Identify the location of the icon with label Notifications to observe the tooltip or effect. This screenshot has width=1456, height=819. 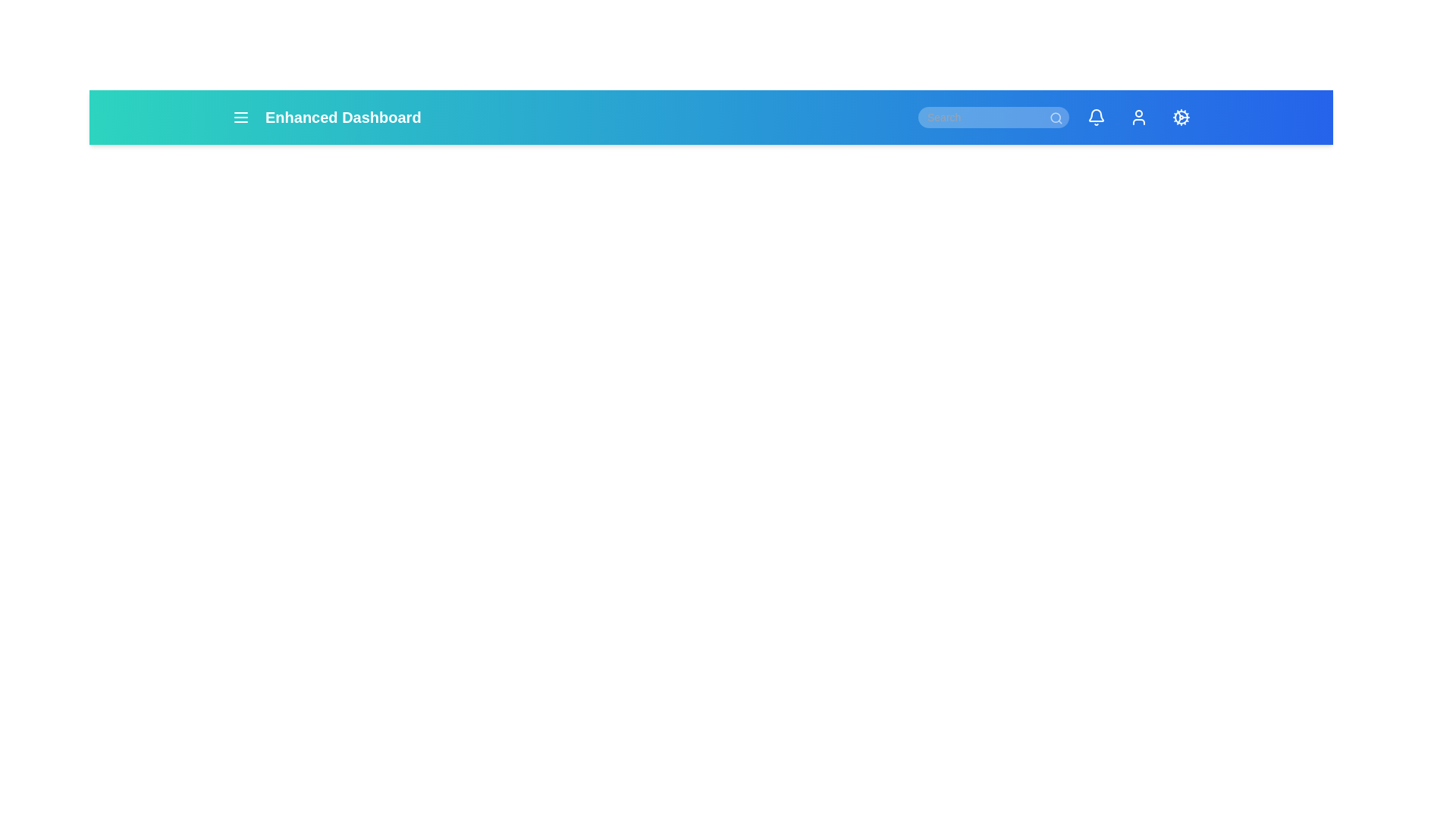
(1096, 116).